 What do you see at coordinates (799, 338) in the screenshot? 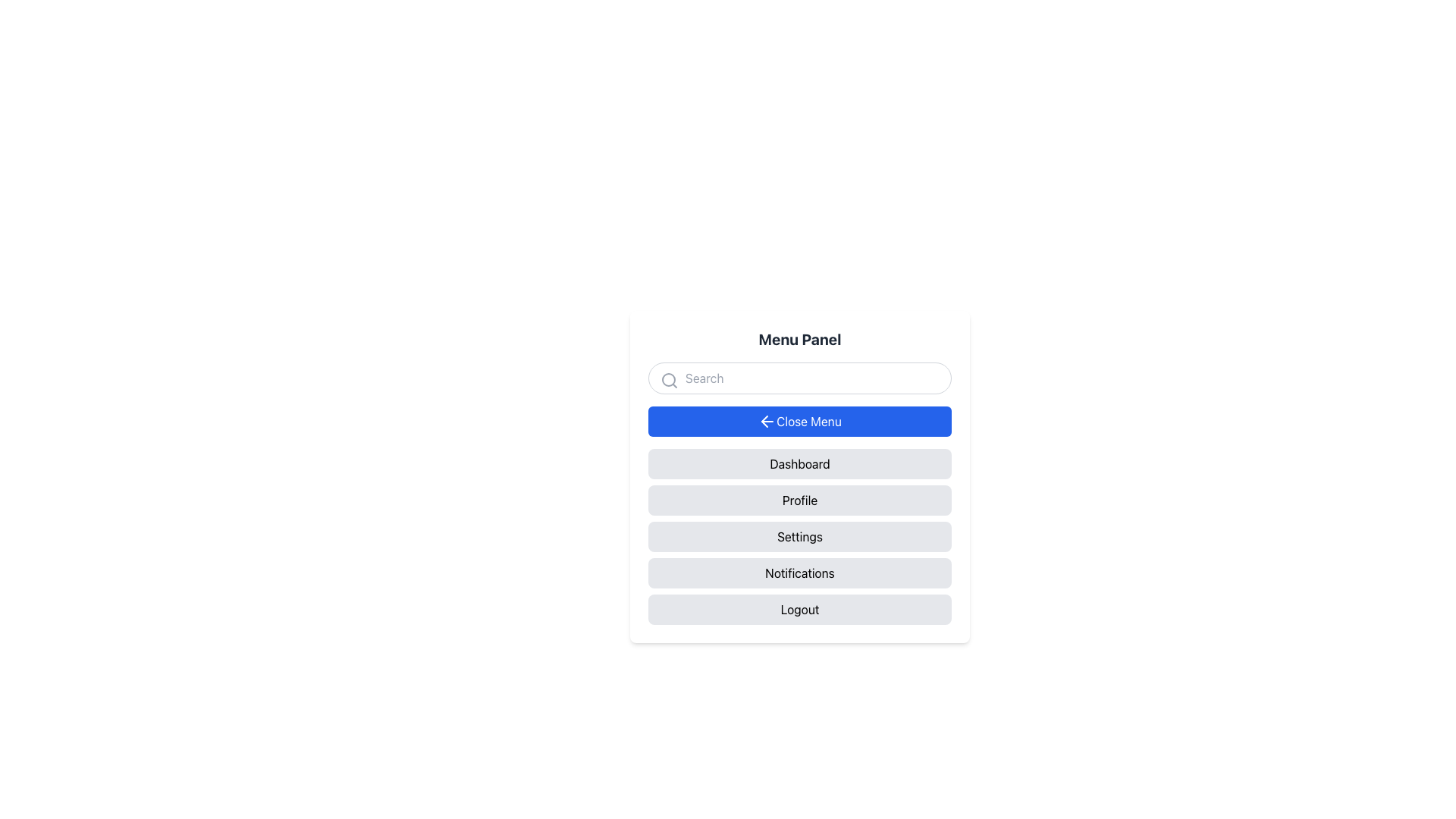
I see `the text within the Text Label that serves as the title of the menu panel, which is located at the top of the menu interface above the search input field` at bounding box center [799, 338].